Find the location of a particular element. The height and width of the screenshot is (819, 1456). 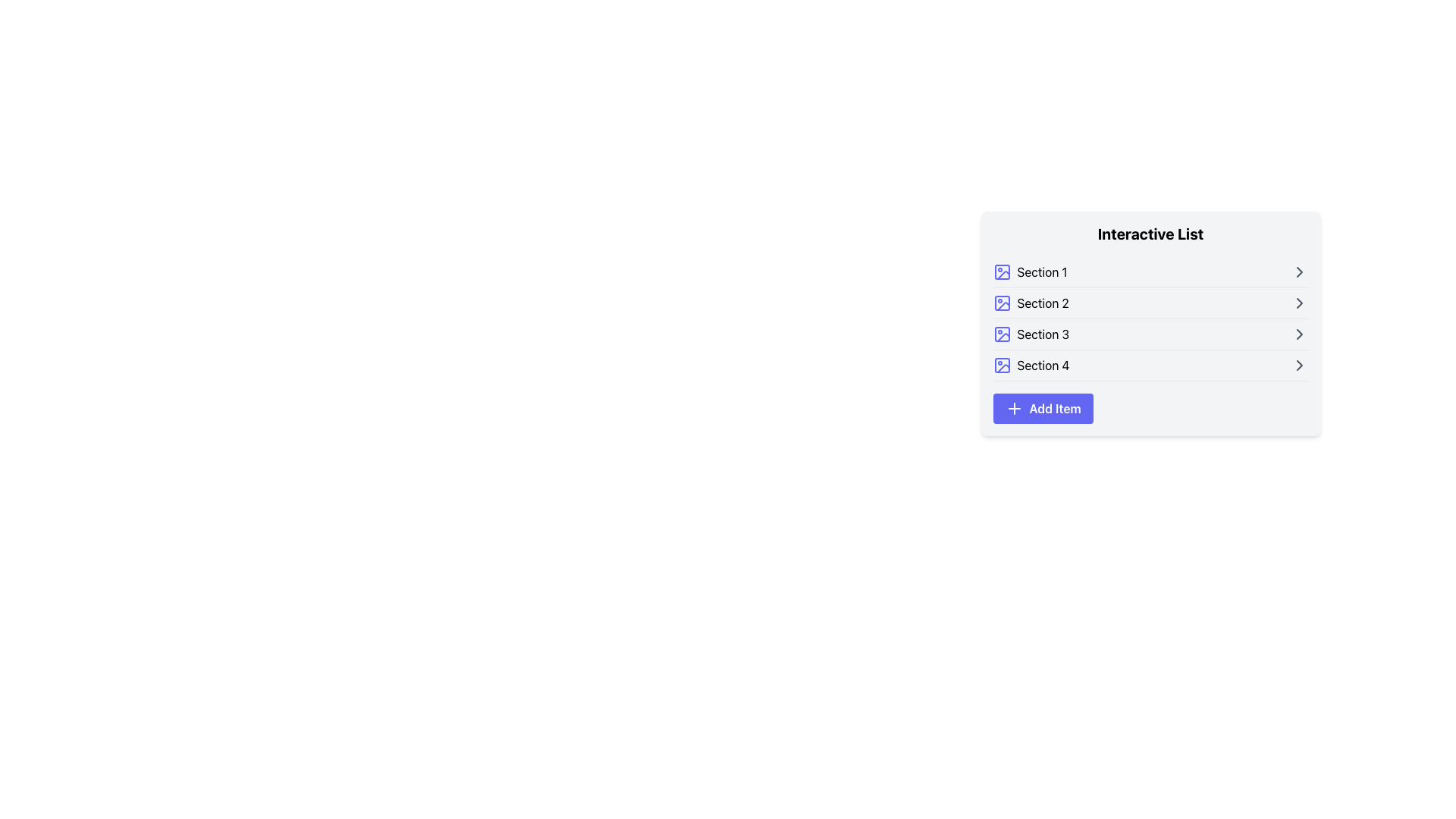

the central square of the image placeholder icon in the second list item of the 'Interactive List', positioned to the left of the text 'Section 2' is located at coordinates (1002, 303).